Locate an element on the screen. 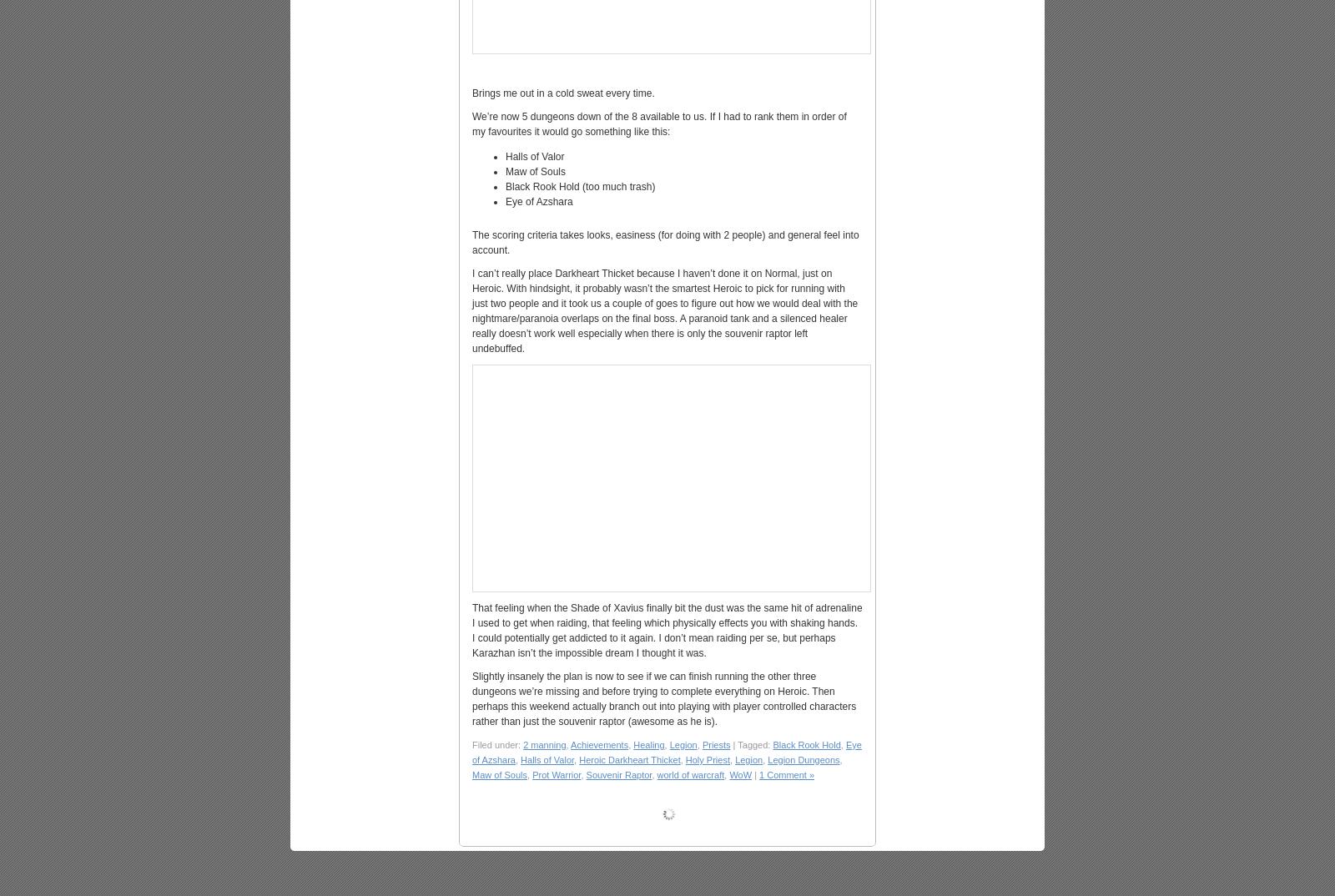 This screenshot has width=1335, height=896. '| Tagged:' is located at coordinates (750, 744).